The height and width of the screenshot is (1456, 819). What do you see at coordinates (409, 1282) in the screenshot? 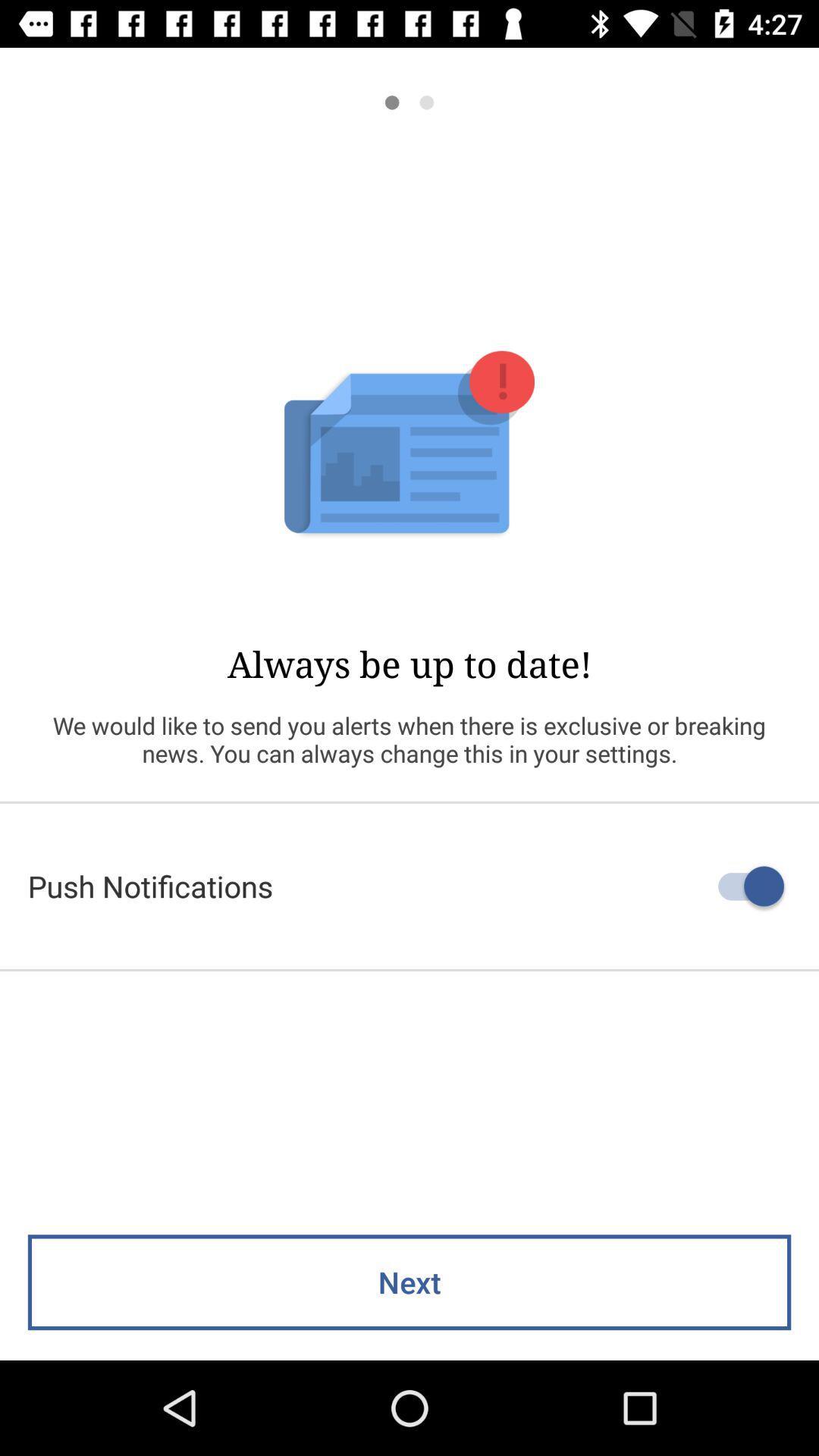
I see `the next icon` at bounding box center [409, 1282].